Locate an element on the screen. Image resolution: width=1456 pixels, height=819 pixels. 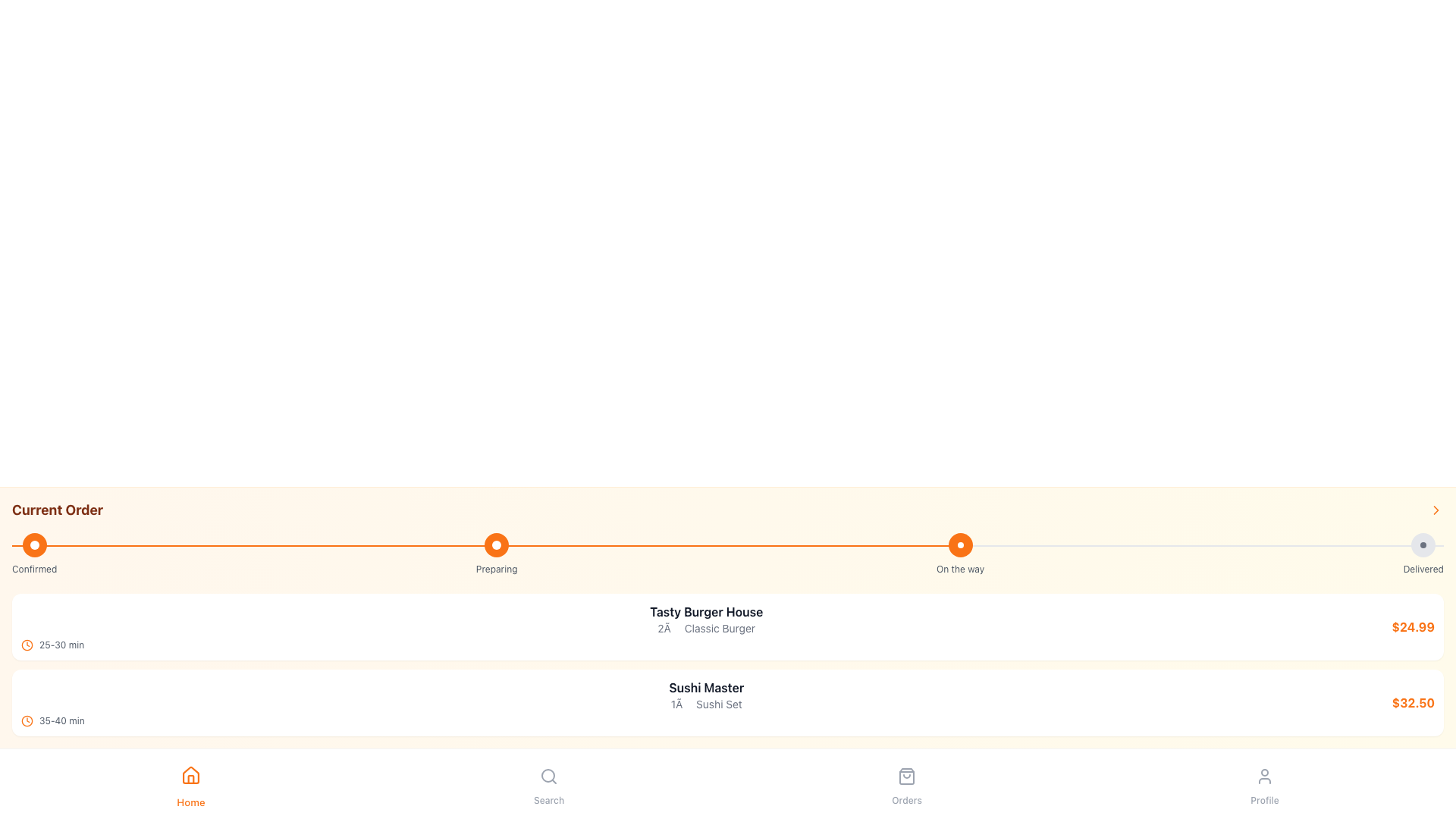
the Circular status indicator representing the 'Delivered' stage within the progress tracker to understand its context is located at coordinates (1423, 544).